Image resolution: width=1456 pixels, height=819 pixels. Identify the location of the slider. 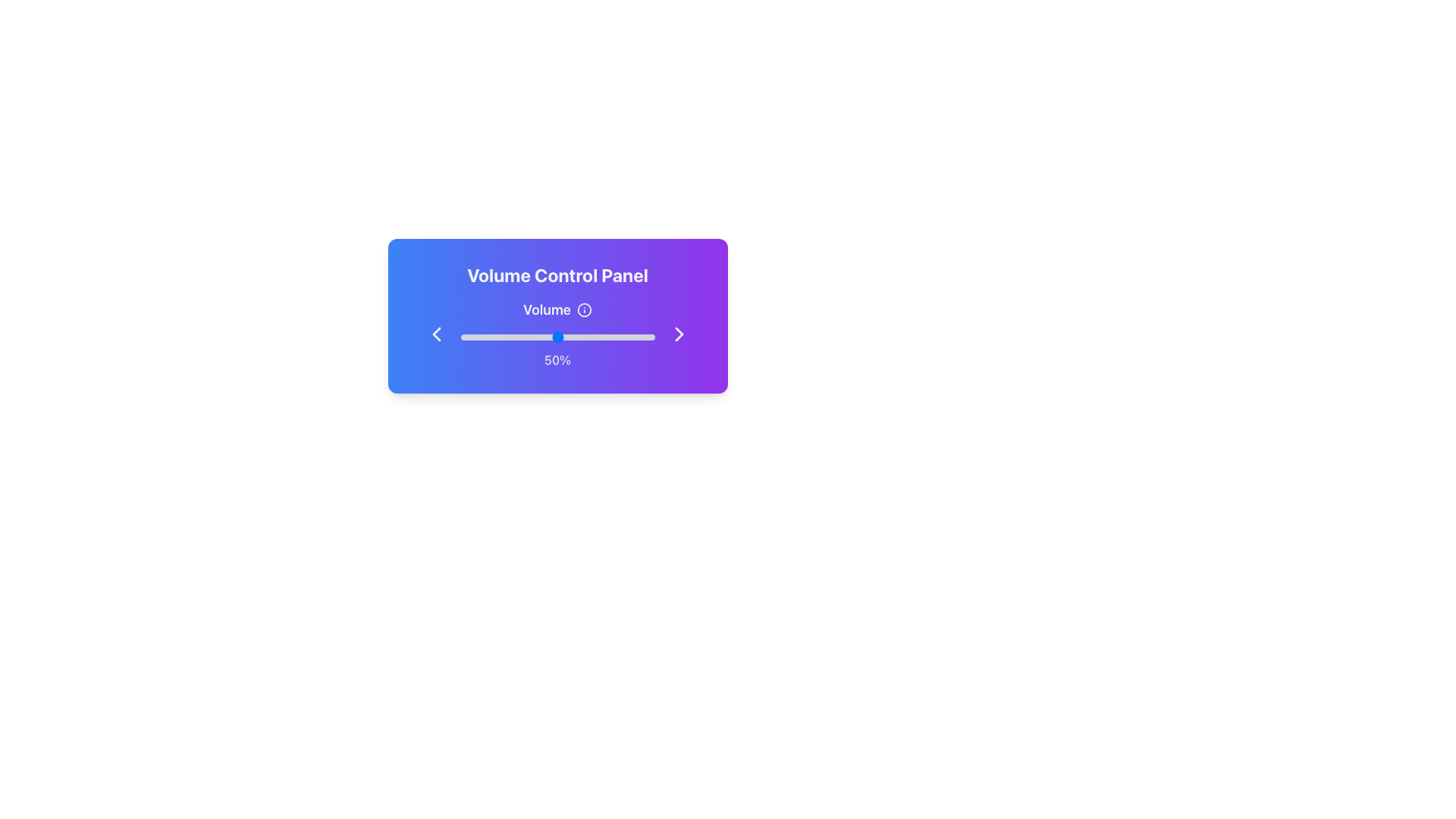
(633, 336).